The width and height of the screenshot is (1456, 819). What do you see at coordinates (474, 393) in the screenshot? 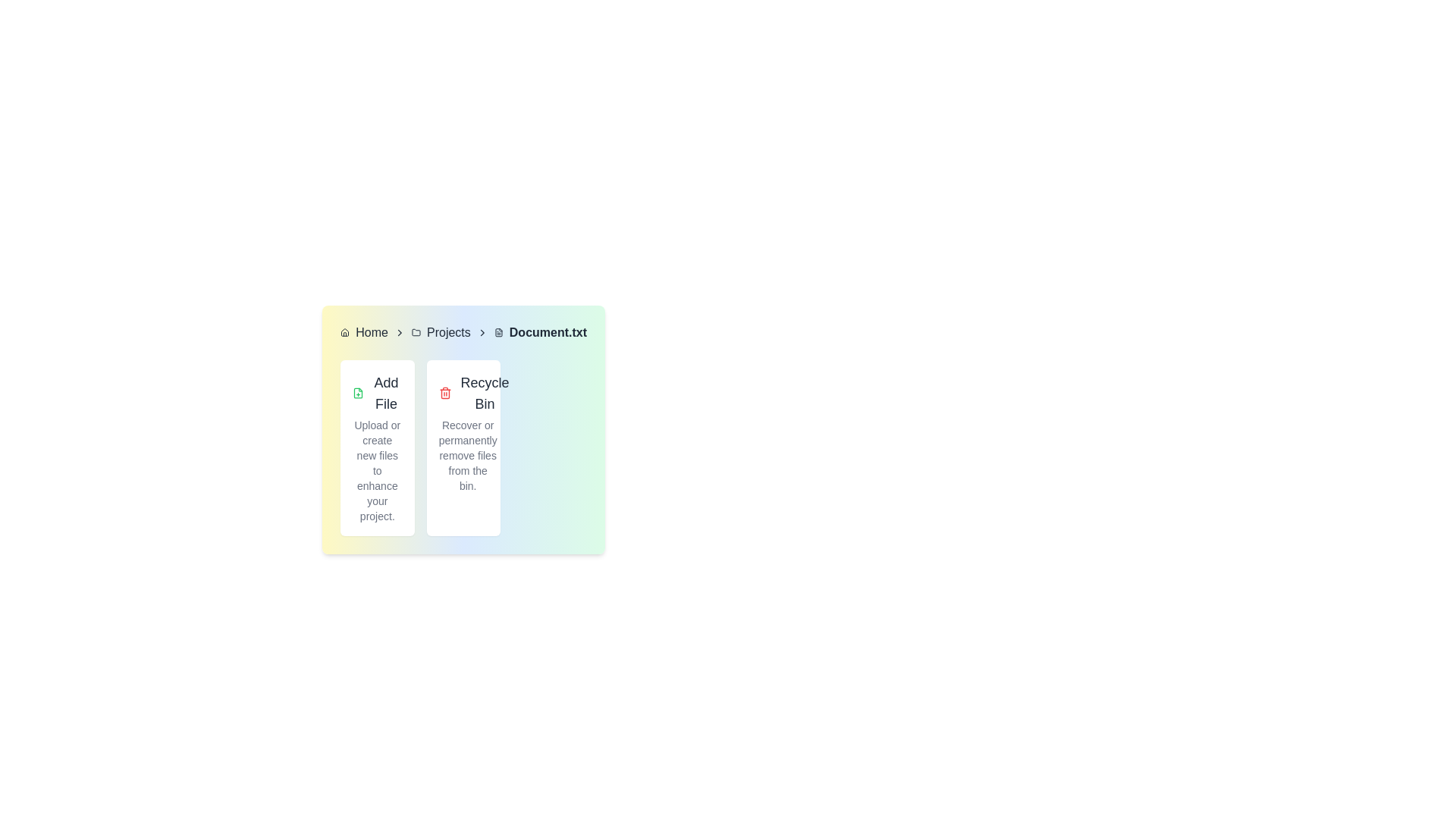
I see `the 'Recycle Bin' label and icon pairing component` at bounding box center [474, 393].